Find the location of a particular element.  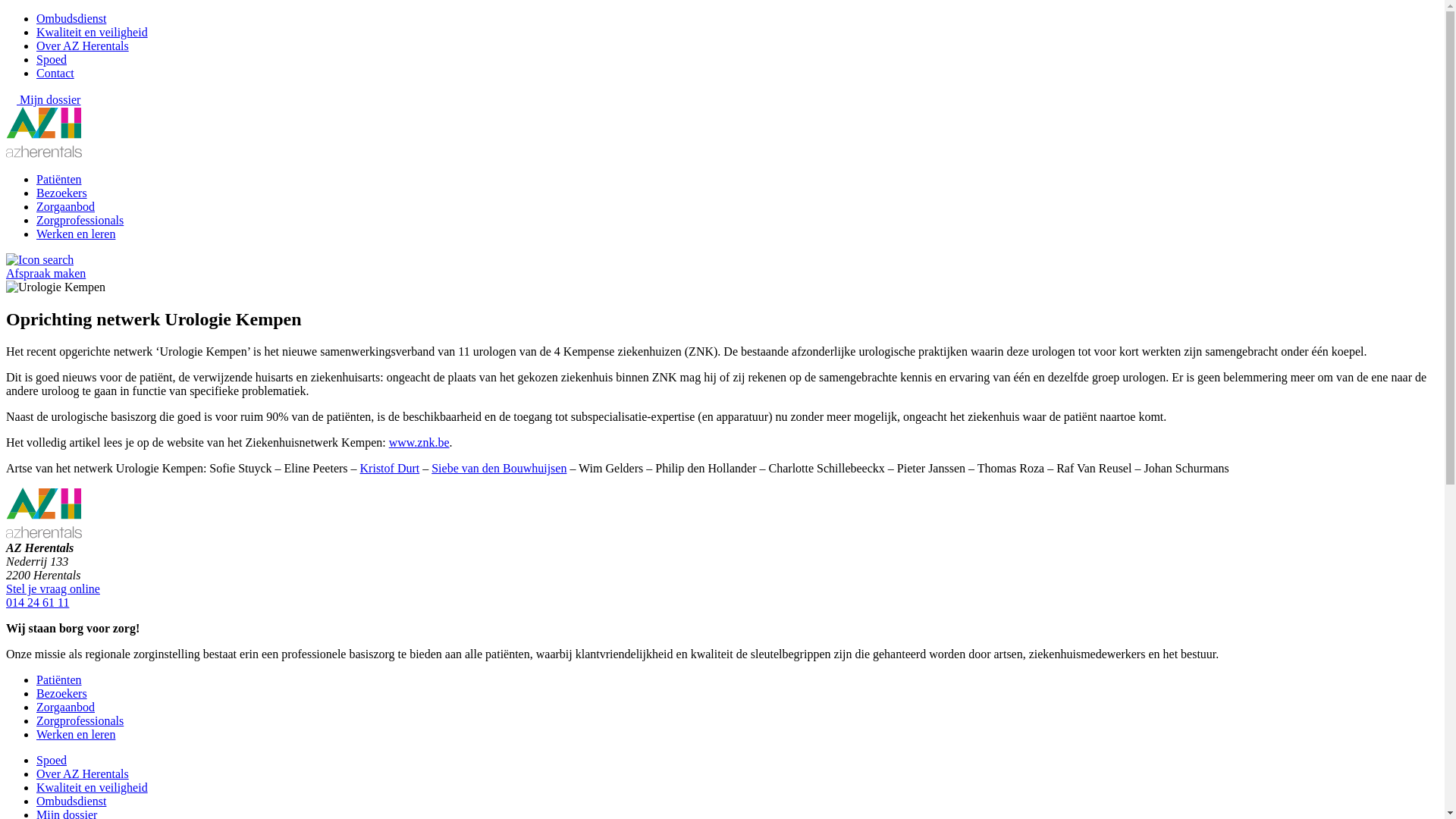

'Kwaliteit en veiligheid' is located at coordinates (36, 786).